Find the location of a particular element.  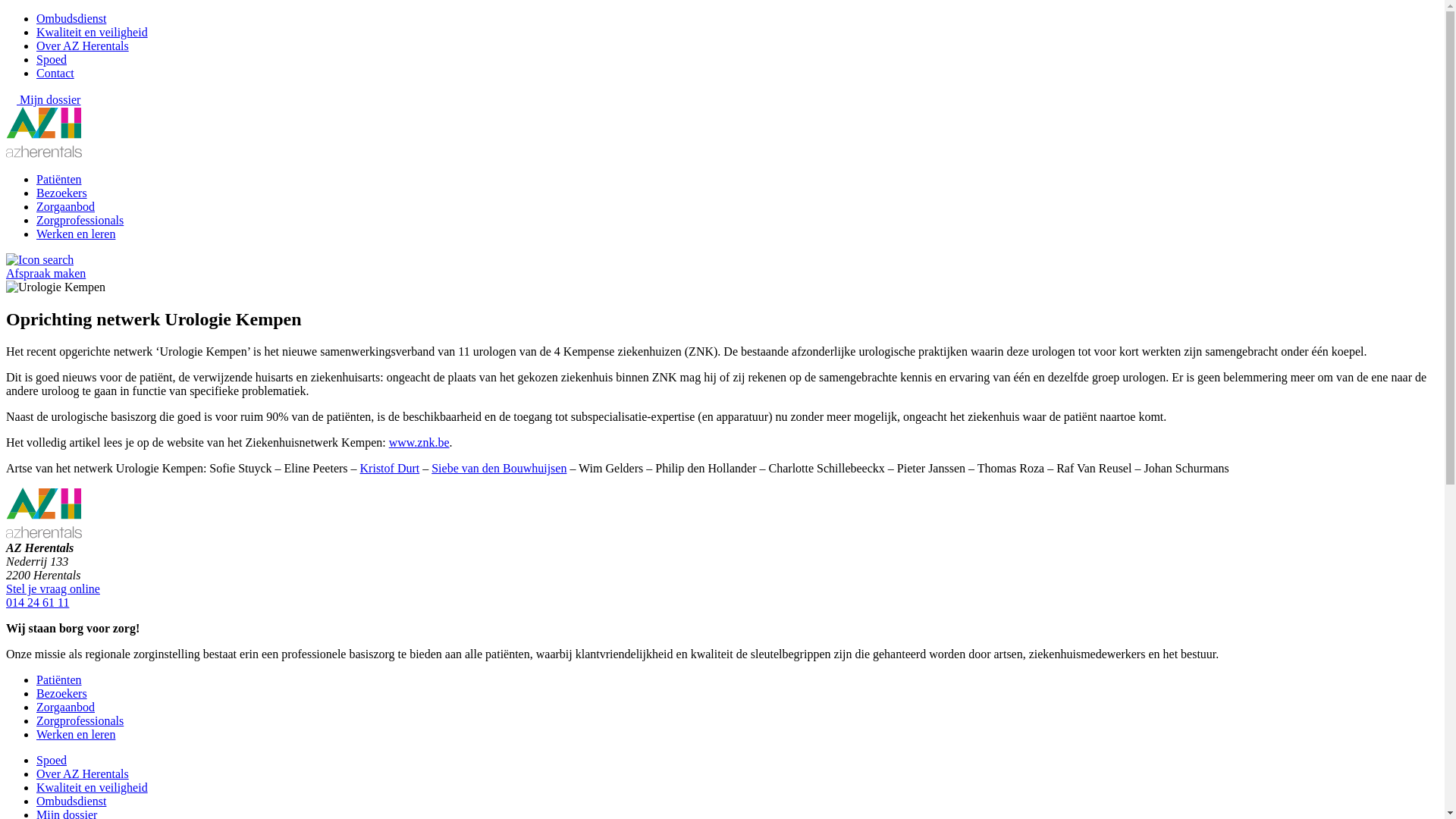

'Kwaliteit en veiligheid' is located at coordinates (36, 786).